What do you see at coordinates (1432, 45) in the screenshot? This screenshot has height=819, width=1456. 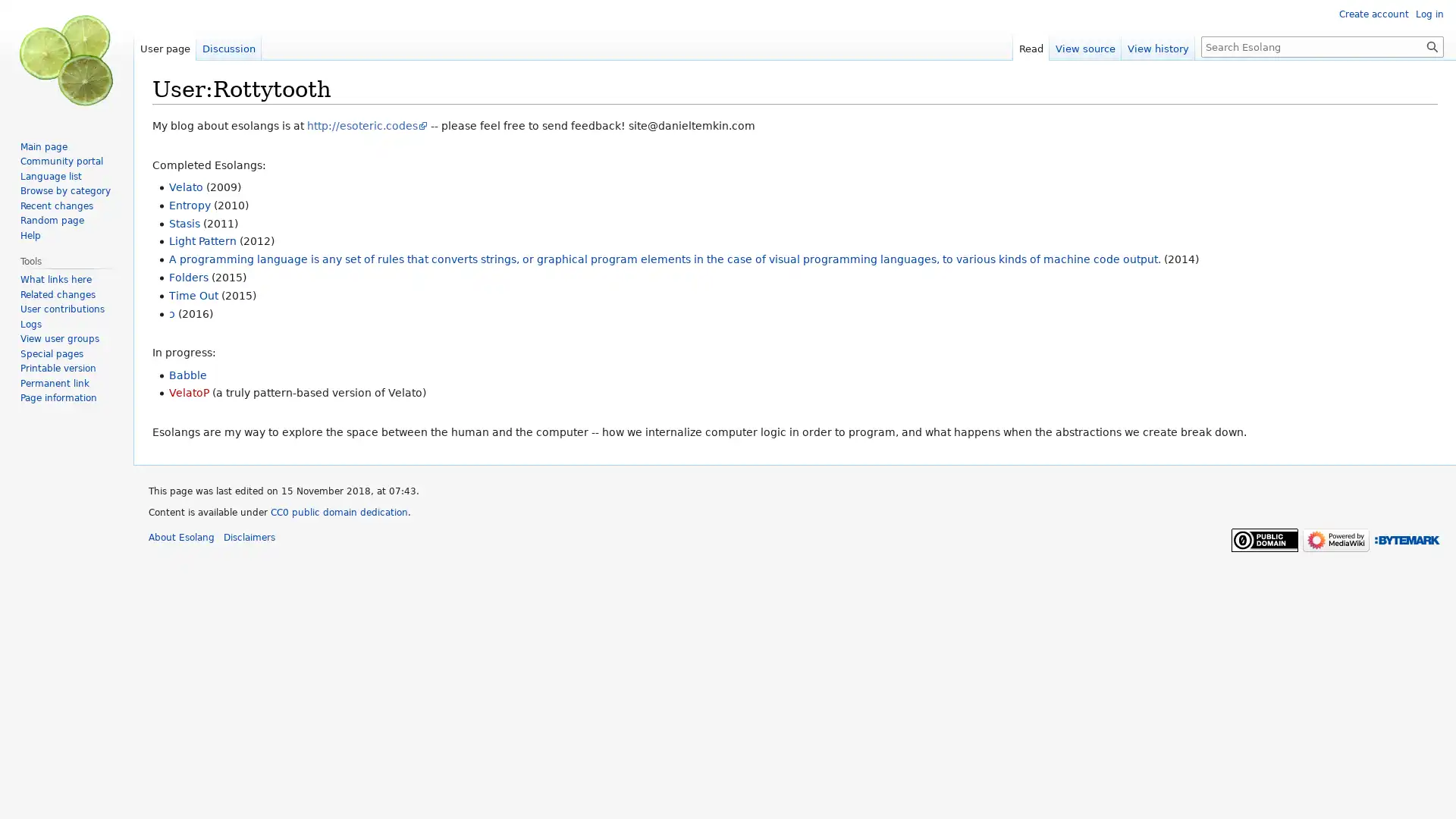 I see `Search` at bounding box center [1432, 45].